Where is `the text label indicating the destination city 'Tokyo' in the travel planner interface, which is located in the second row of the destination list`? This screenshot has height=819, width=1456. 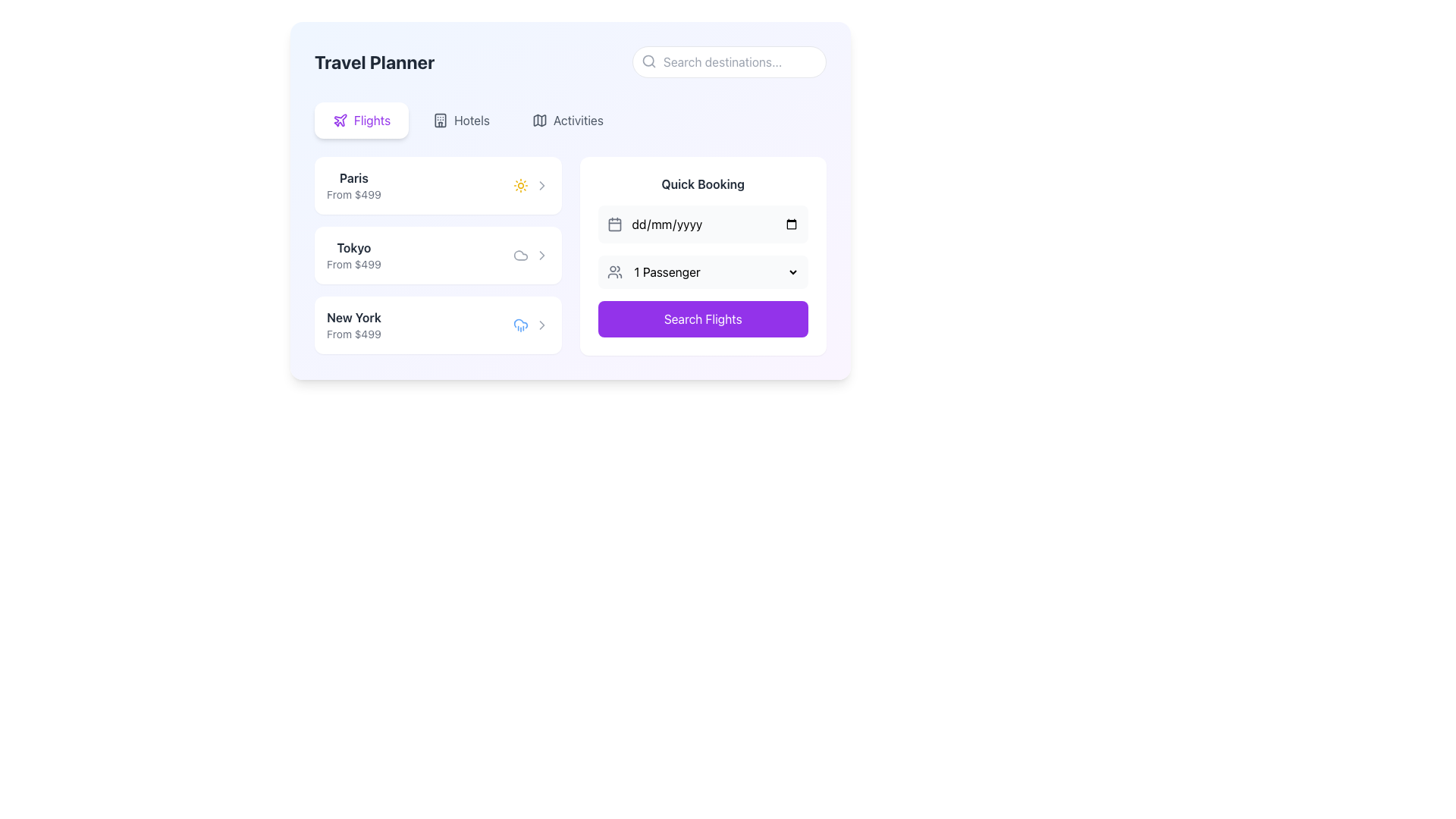 the text label indicating the destination city 'Tokyo' in the travel planner interface, which is located in the second row of the destination list is located at coordinates (353, 247).